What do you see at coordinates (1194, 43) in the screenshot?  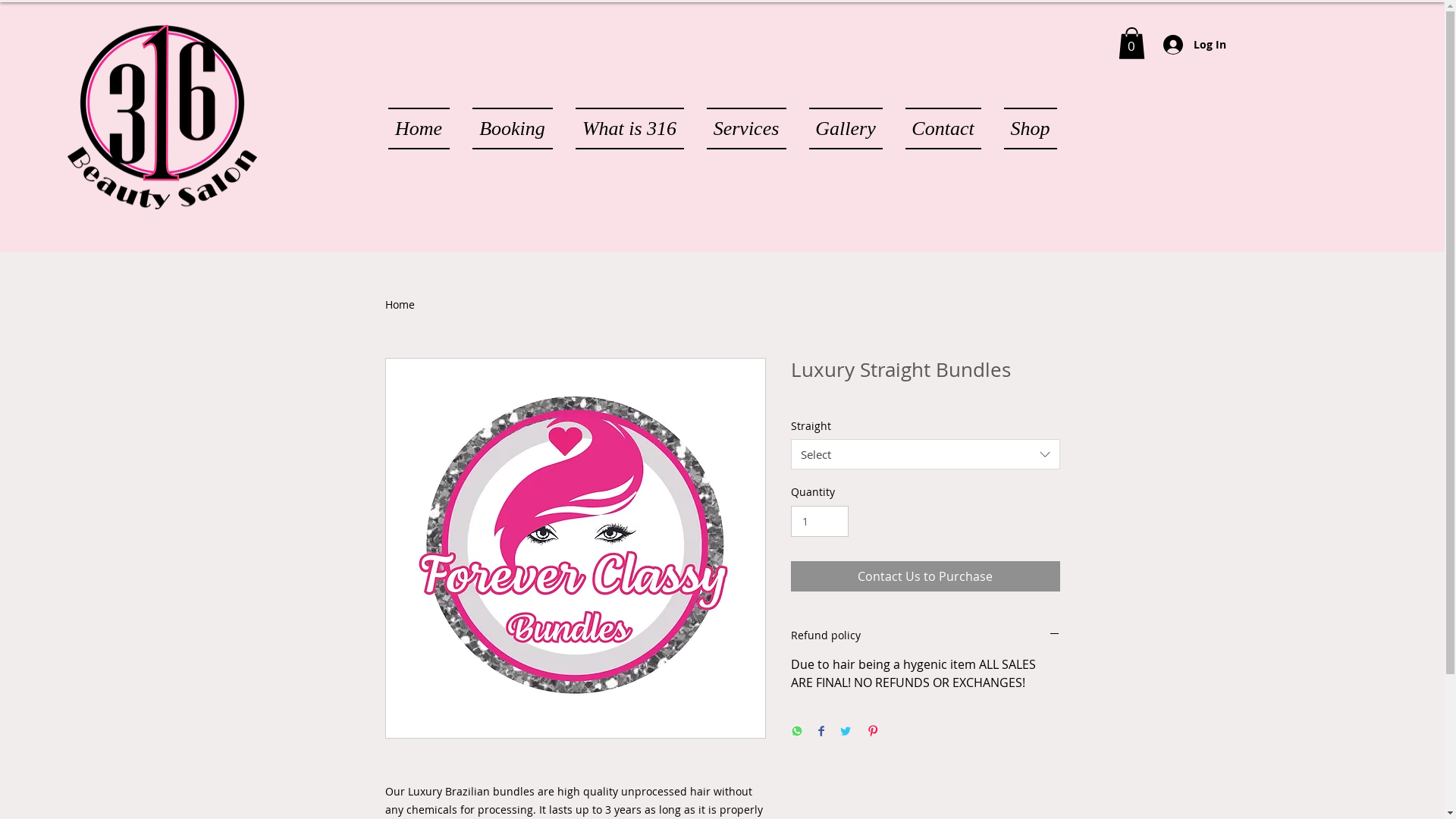 I see `'Log In'` at bounding box center [1194, 43].